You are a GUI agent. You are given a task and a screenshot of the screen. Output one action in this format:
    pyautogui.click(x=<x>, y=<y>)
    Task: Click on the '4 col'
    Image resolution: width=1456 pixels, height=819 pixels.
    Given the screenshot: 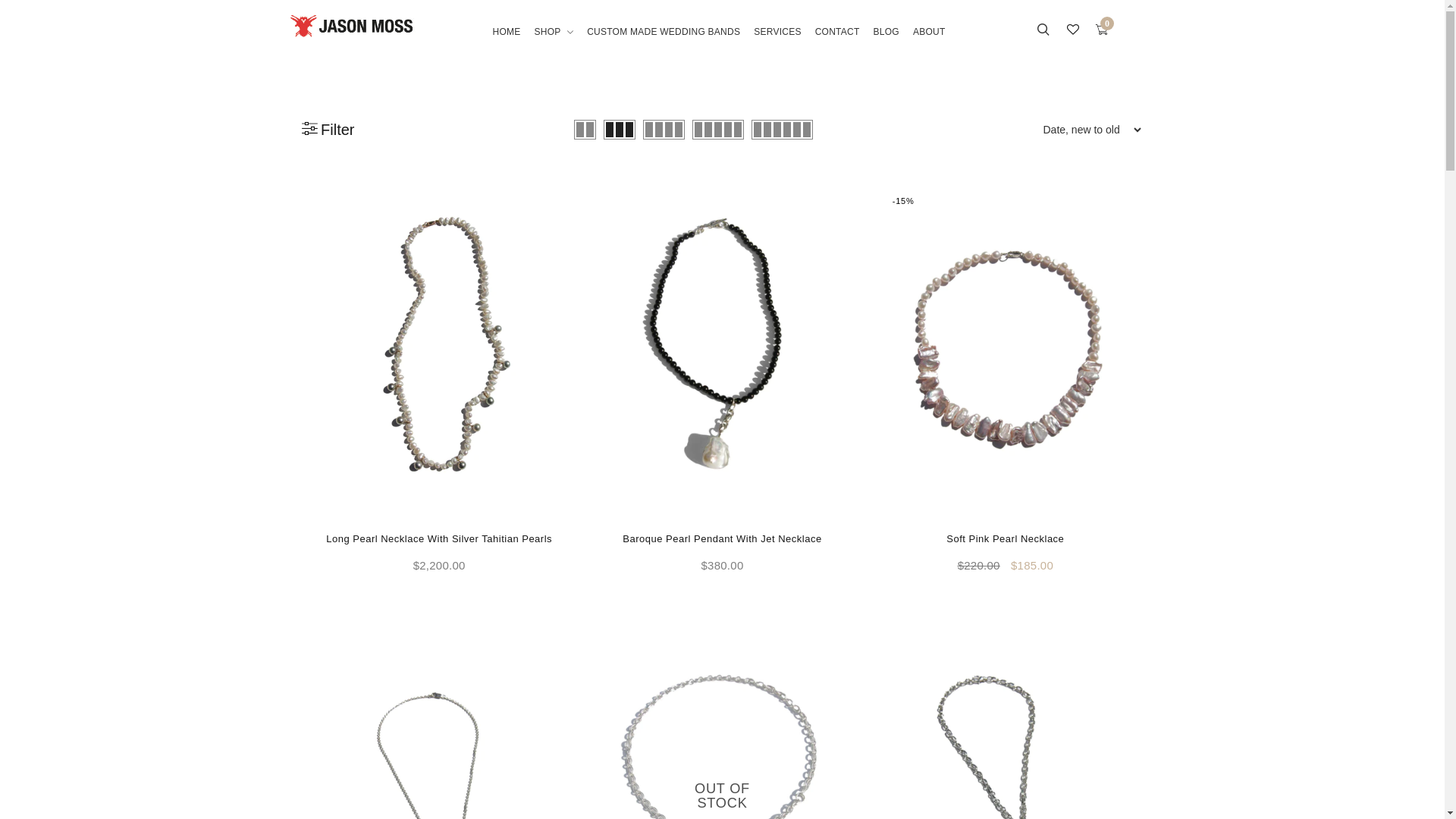 What is the action you would take?
    pyautogui.click(x=664, y=128)
    